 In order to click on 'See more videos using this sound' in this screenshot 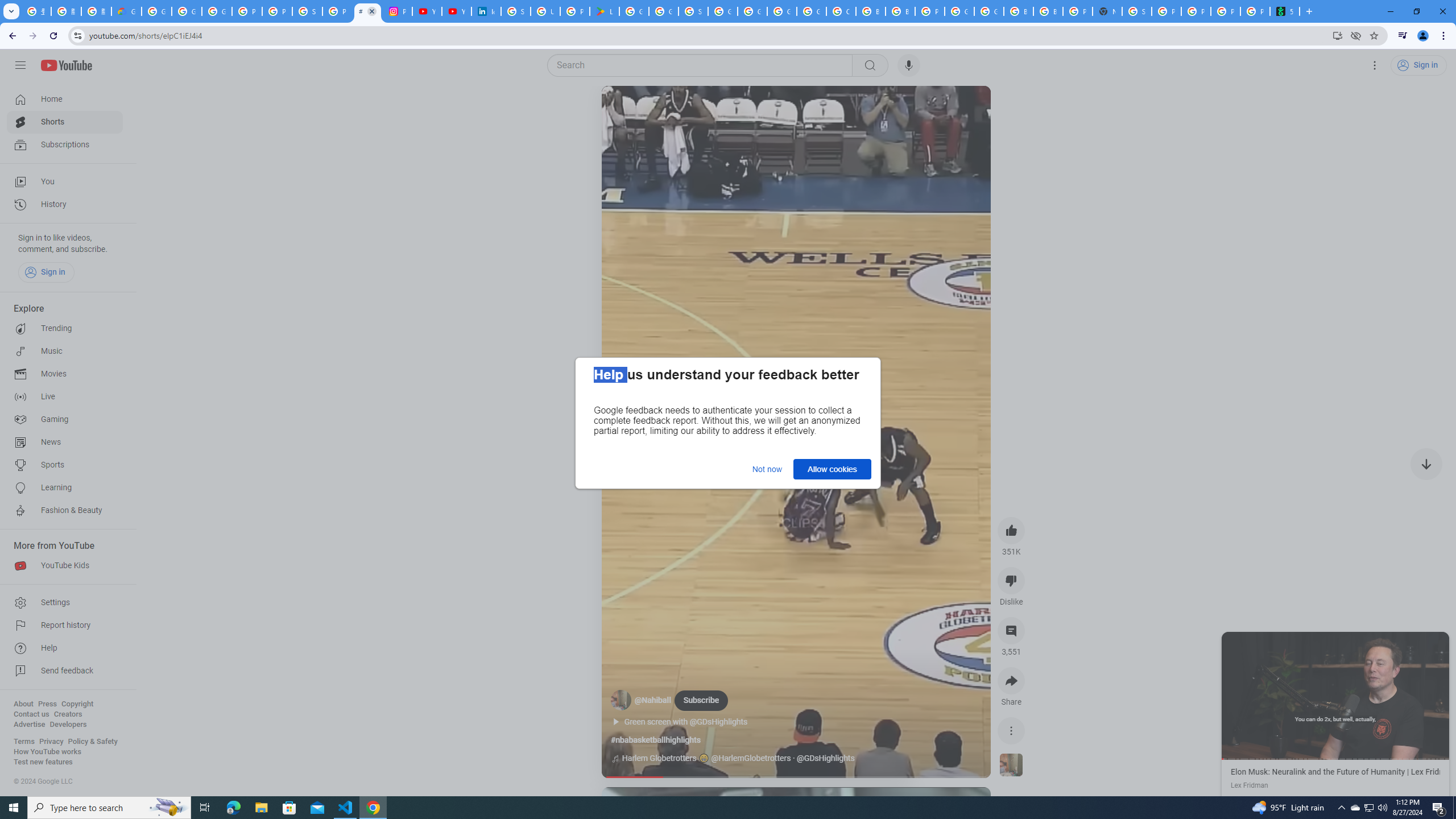, I will do `click(1011, 765)`.